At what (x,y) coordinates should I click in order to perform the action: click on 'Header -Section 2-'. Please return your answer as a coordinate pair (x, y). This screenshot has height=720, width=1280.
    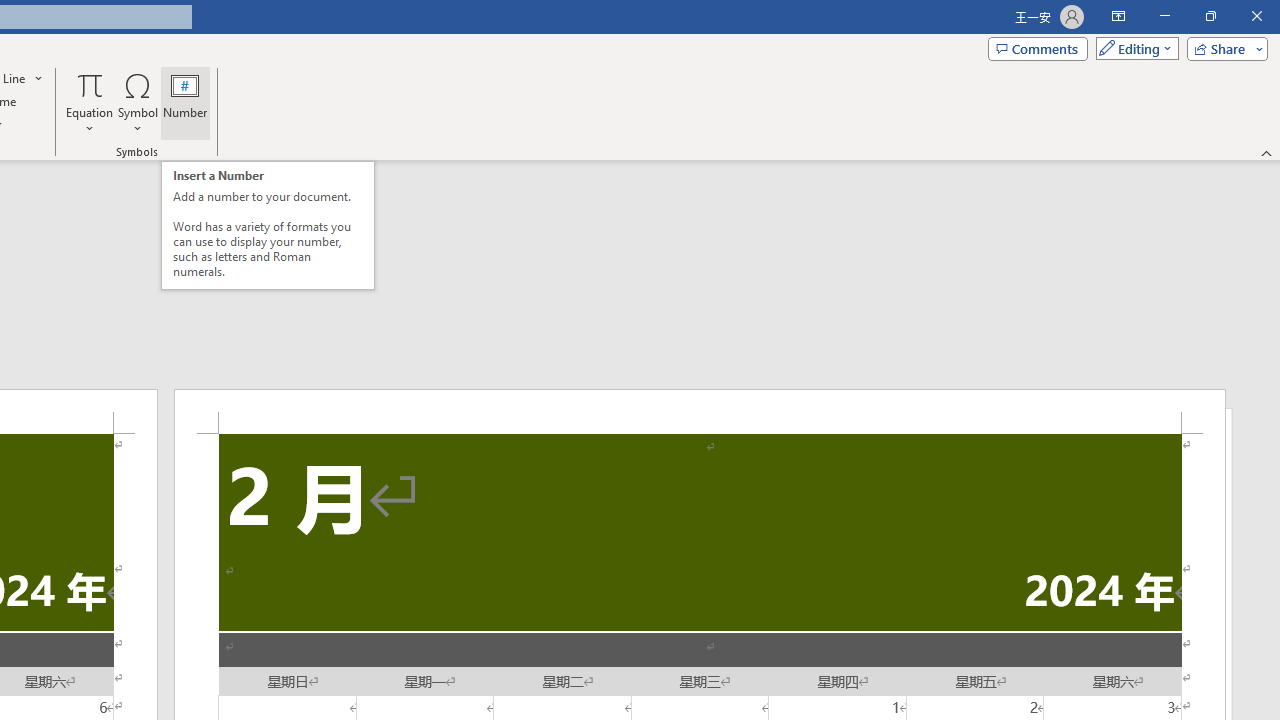
    Looking at the image, I should click on (700, 410).